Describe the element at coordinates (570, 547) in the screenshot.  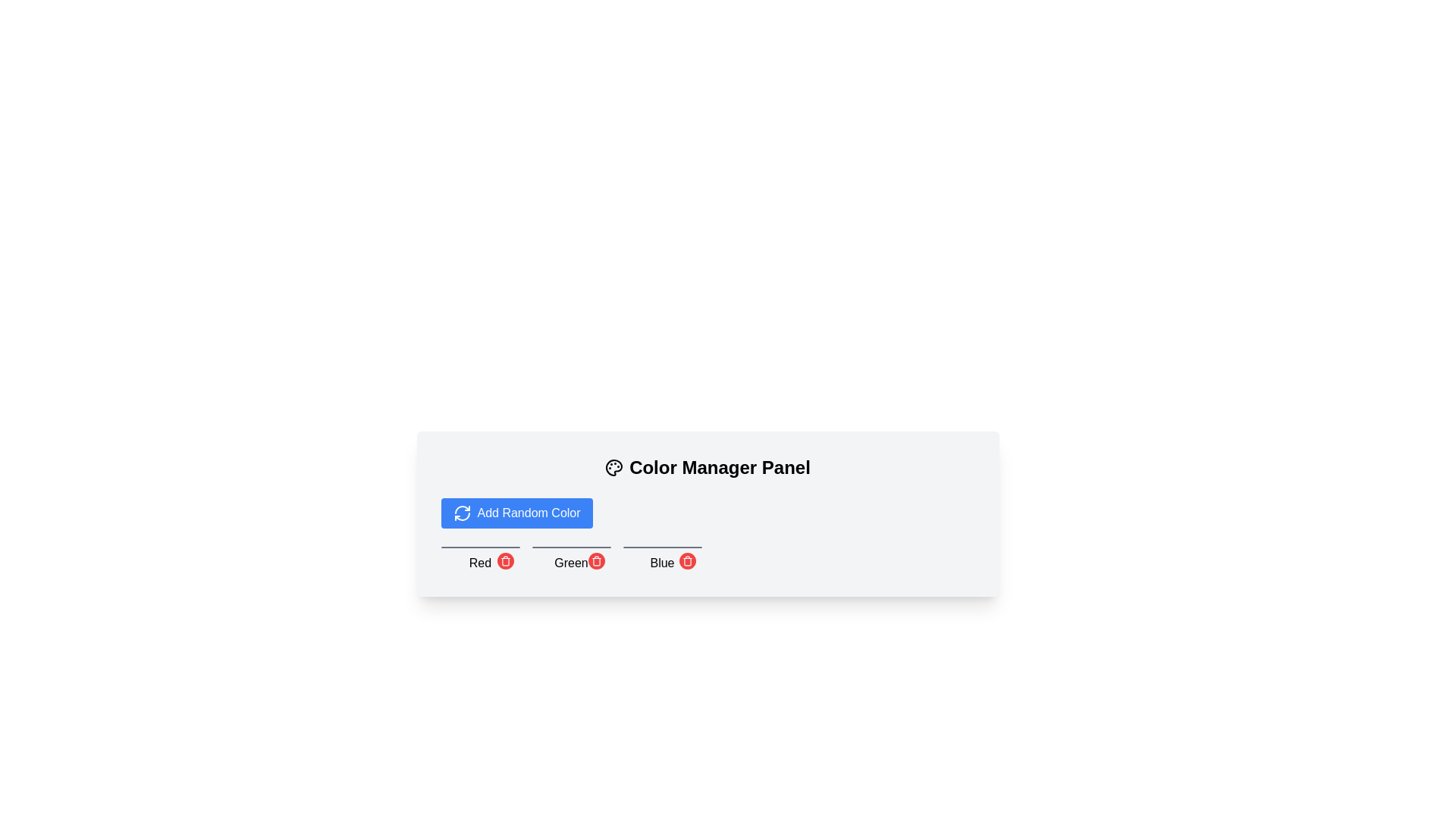
I see `the solid green decorative bar located centrally below the text label 'Green'` at that location.